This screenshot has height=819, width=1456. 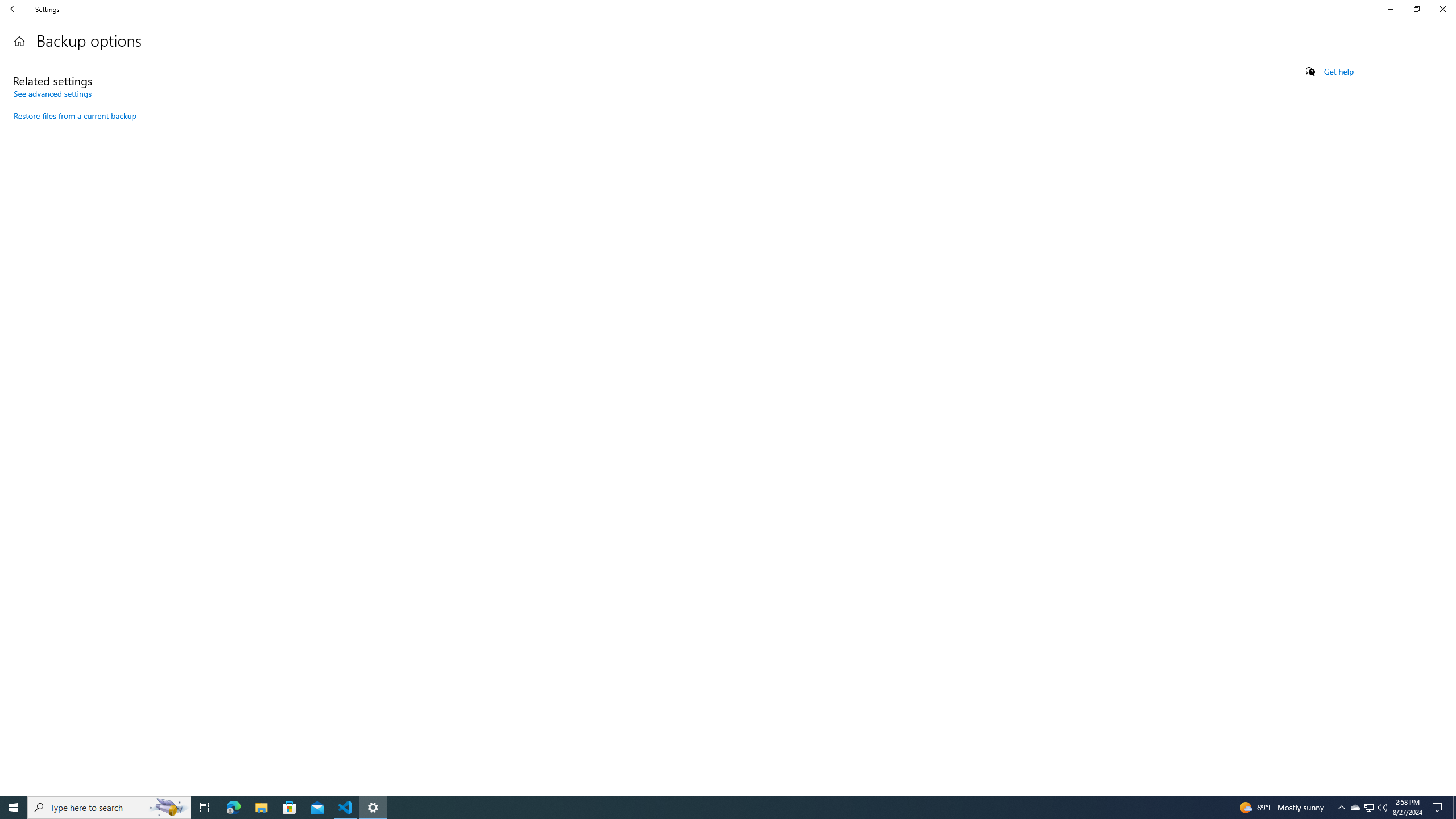 What do you see at coordinates (1381, 806) in the screenshot?
I see `'Q2790: 100%'` at bounding box center [1381, 806].